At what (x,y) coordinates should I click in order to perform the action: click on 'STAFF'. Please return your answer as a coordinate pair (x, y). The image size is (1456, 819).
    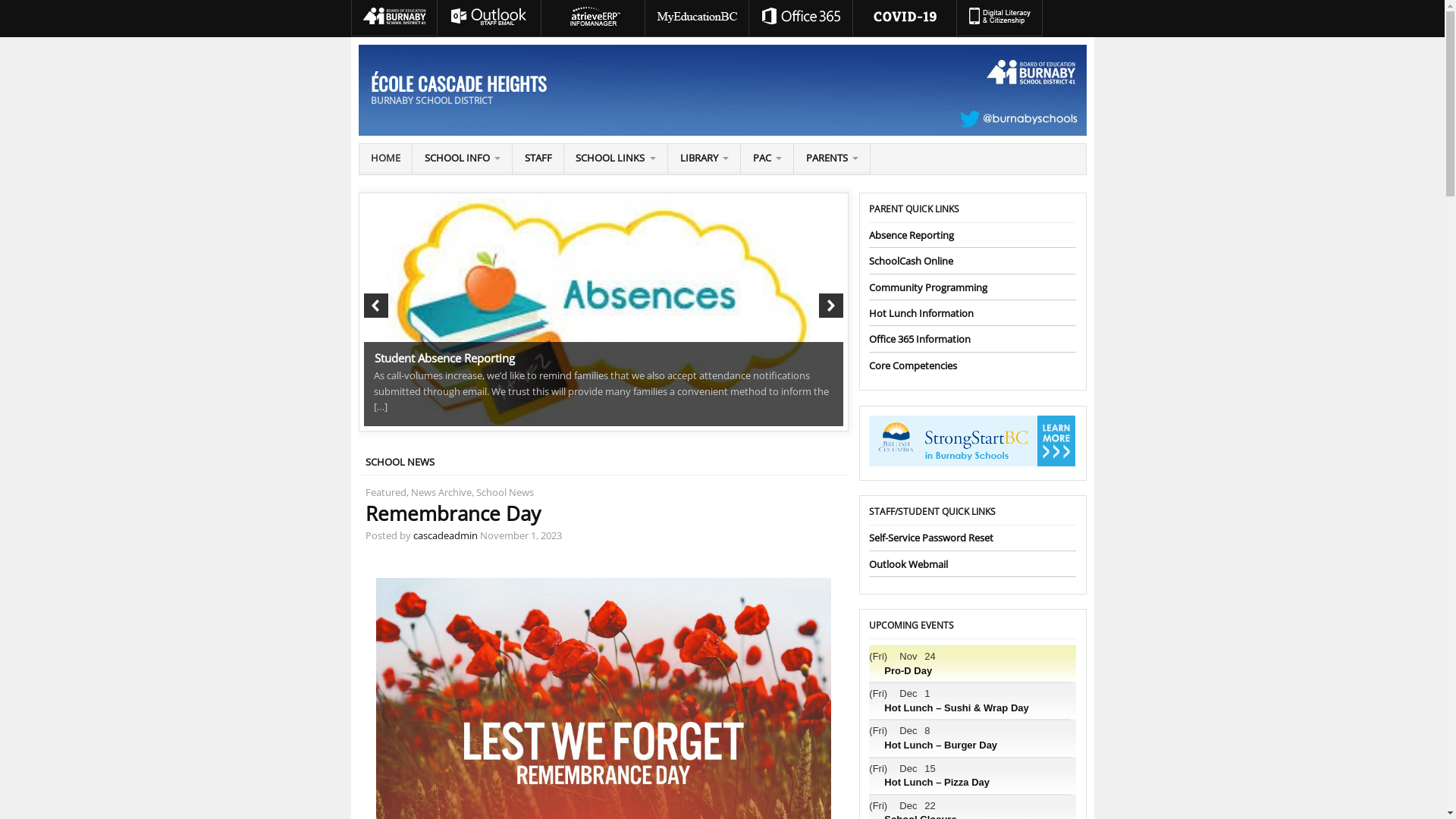
    Looking at the image, I should click on (538, 158).